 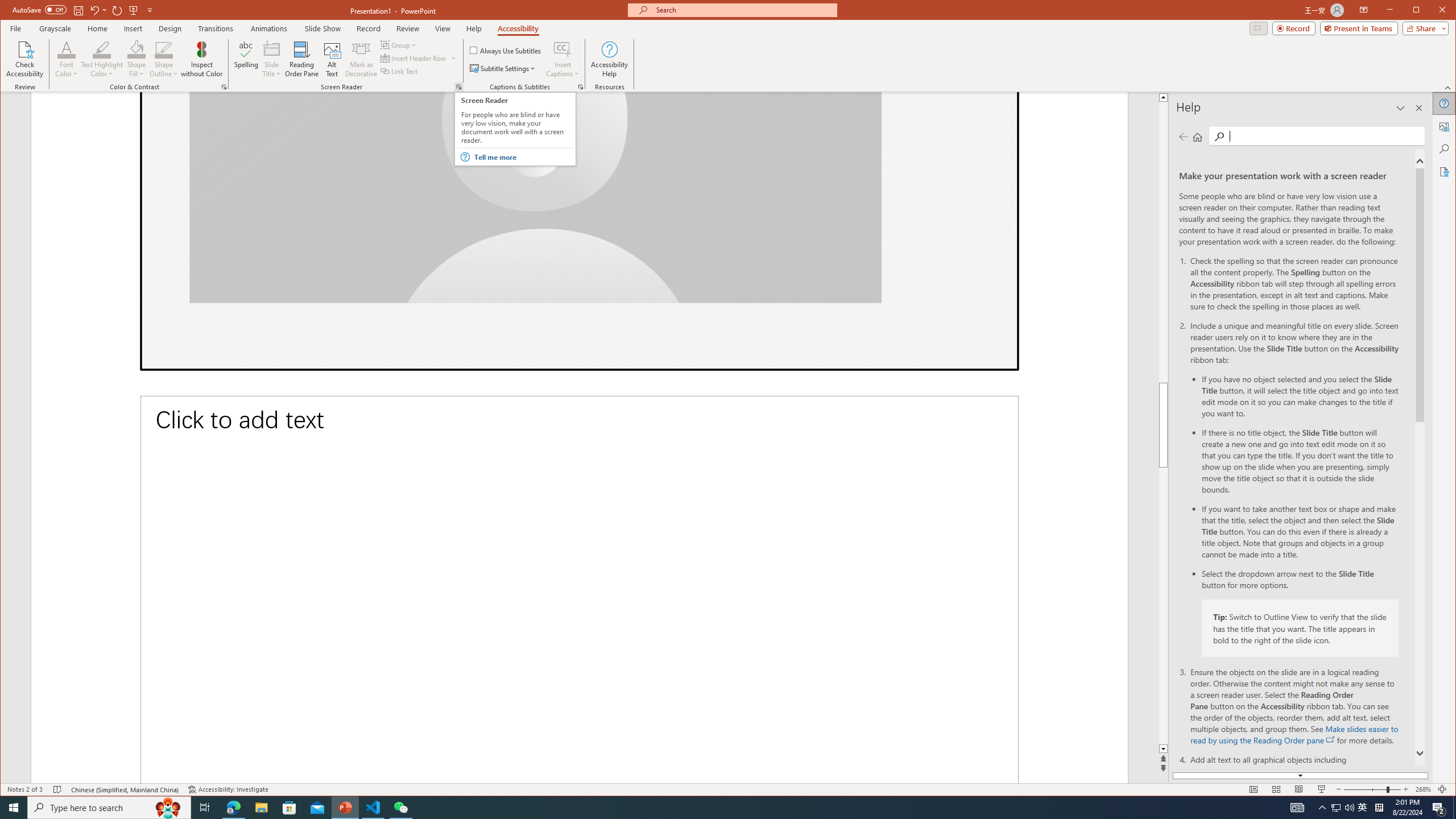 I want to click on 'Screen Reader', so click(x=458, y=87).